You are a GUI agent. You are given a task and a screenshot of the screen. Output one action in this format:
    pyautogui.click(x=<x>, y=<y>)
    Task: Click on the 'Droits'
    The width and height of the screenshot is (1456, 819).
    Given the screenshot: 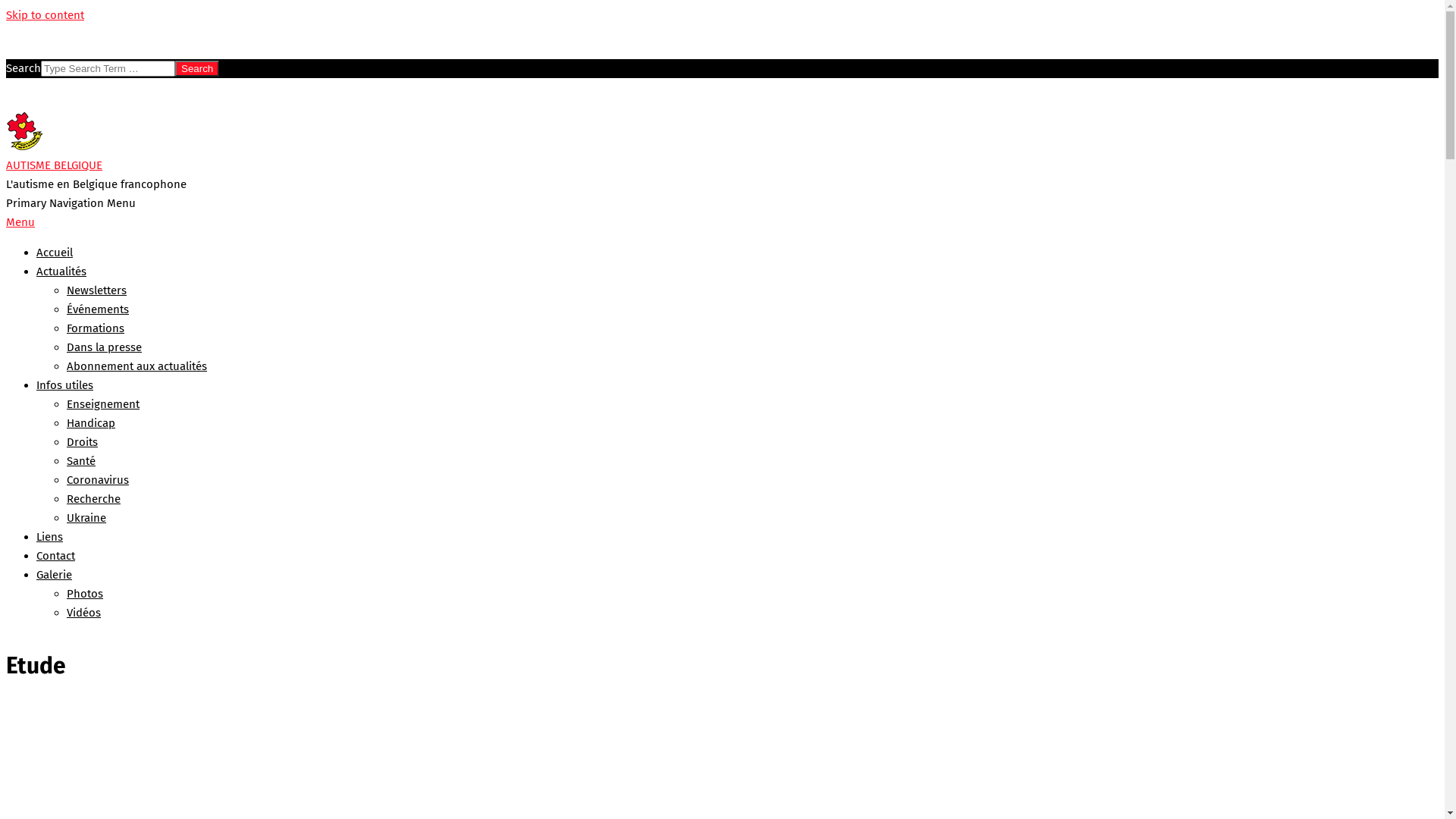 What is the action you would take?
    pyautogui.click(x=81, y=441)
    